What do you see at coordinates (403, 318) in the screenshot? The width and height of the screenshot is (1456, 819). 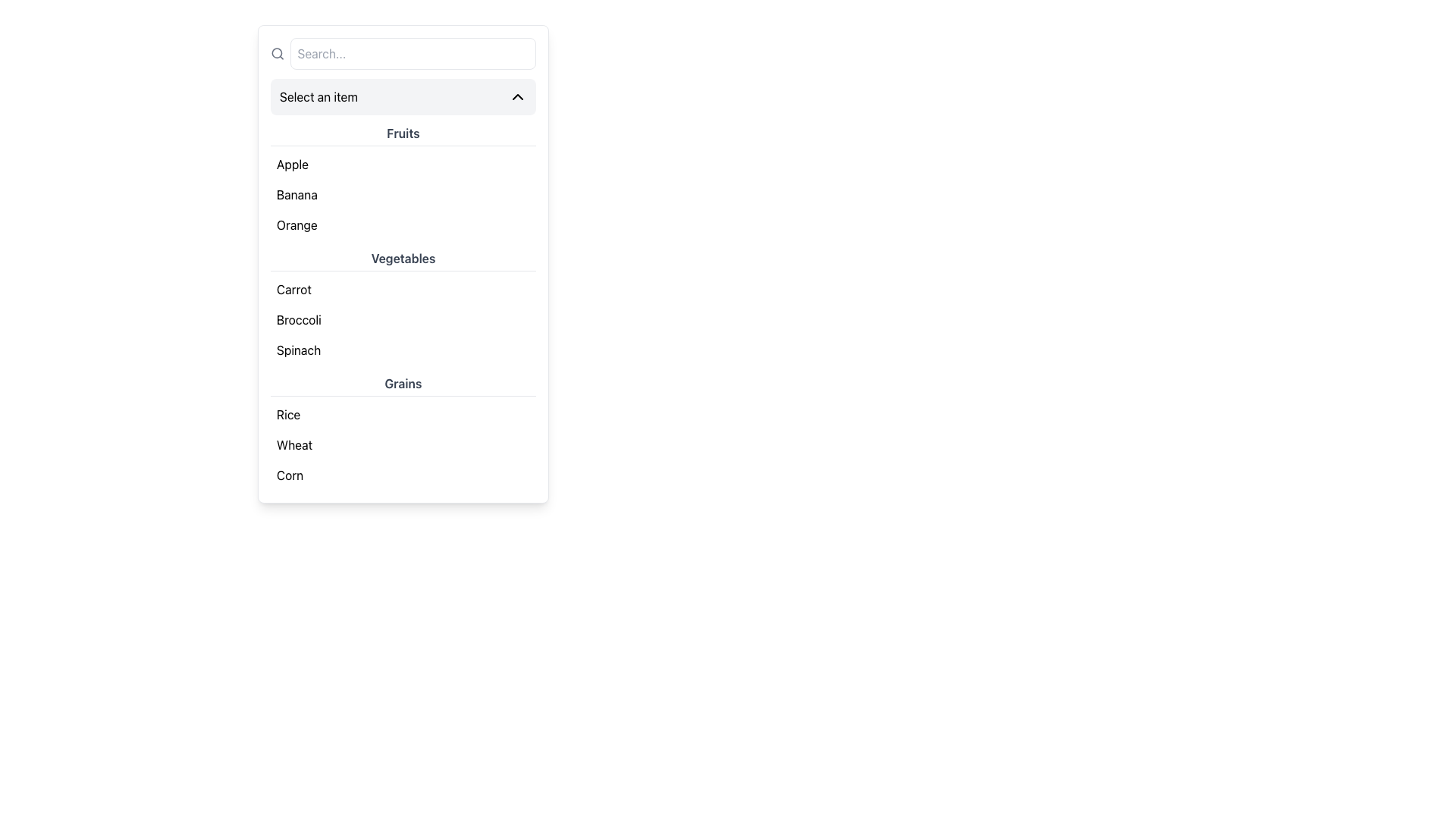 I see `text content of the vertically arranged list containing items 'Carrot,' 'Broccoli,' and 'Spinach' under the heading 'Vegetables' in the dropdown menu` at bounding box center [403, 318].